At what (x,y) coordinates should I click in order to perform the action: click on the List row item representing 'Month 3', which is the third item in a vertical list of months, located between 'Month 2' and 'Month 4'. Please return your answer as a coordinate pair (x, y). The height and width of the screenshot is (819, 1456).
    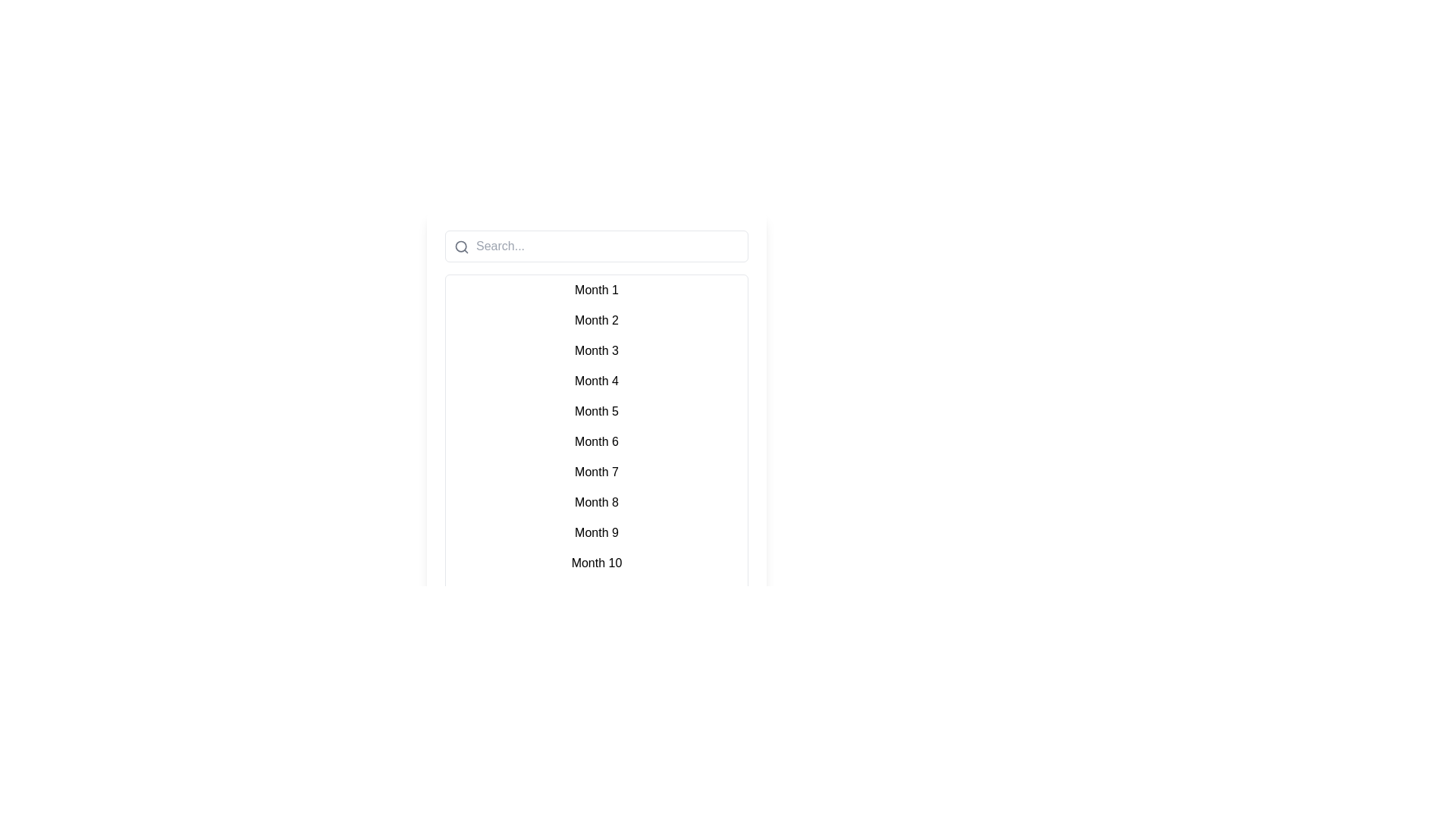
    Looking at the image, I should click on (596, 350).